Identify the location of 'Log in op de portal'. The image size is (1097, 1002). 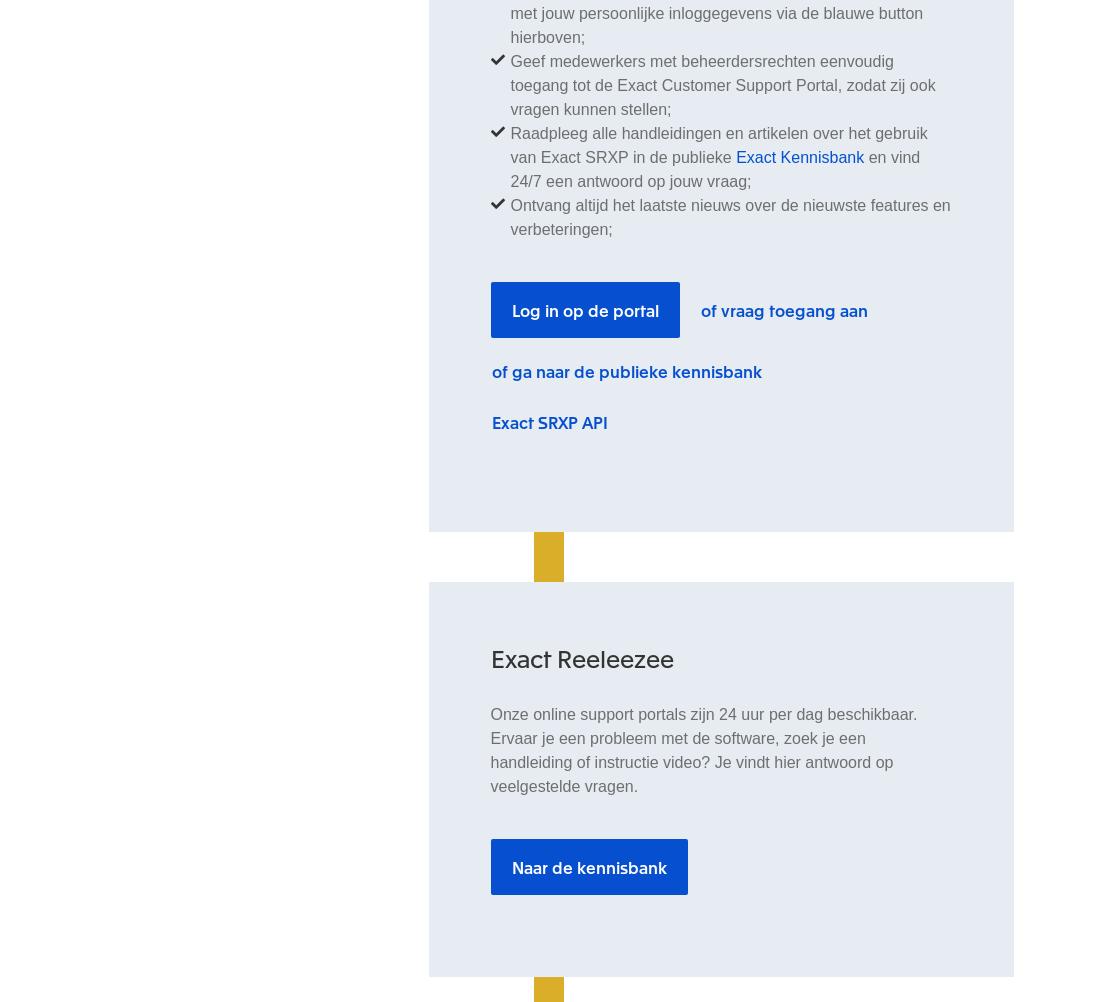
(584, 309).